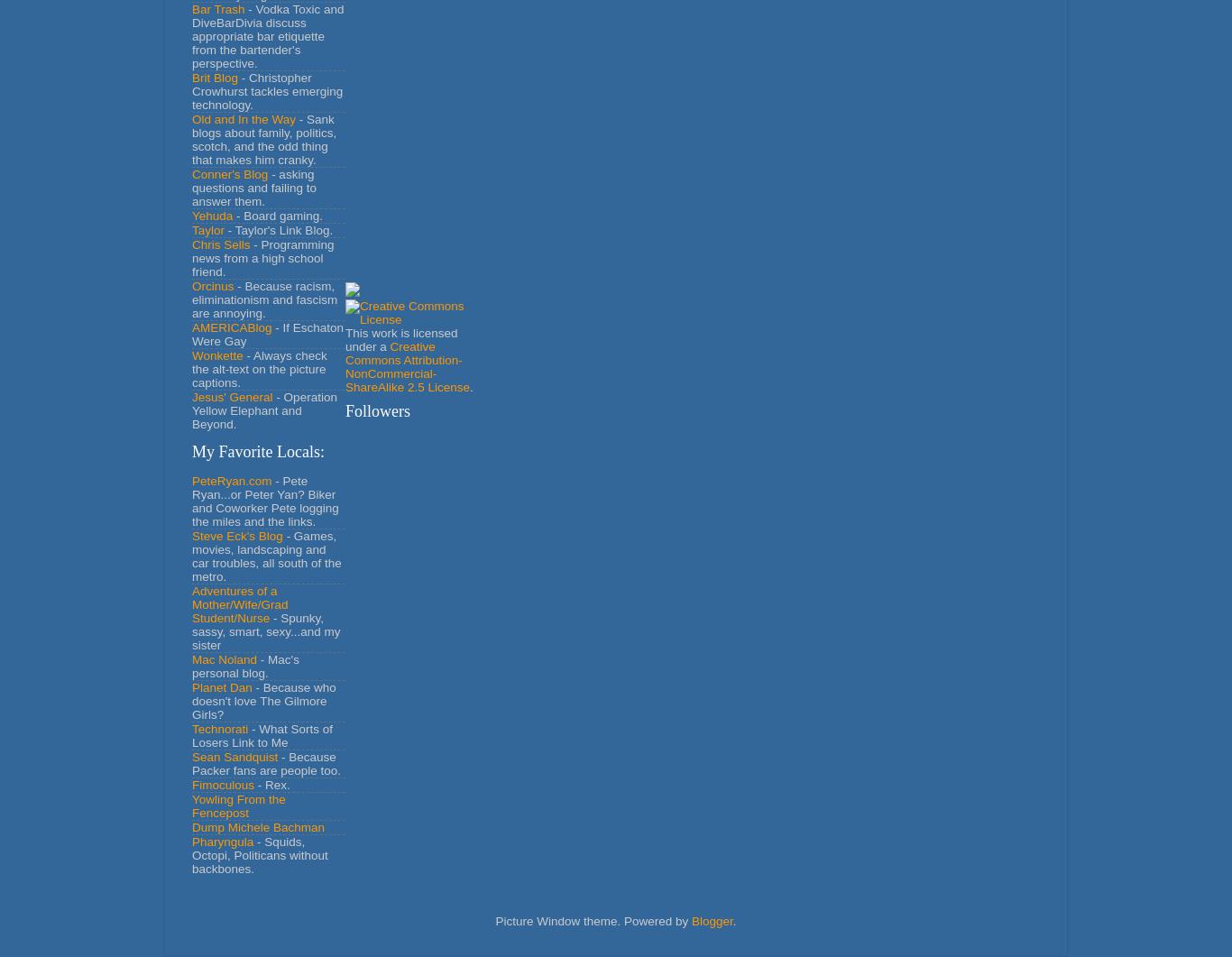  Describe the element at coordinates (264, 500) in the screenshot. I see `'- Pete Ryan...or Peter Yan? Biker and Coworker Pete logging the miles and the links.'` at that location.